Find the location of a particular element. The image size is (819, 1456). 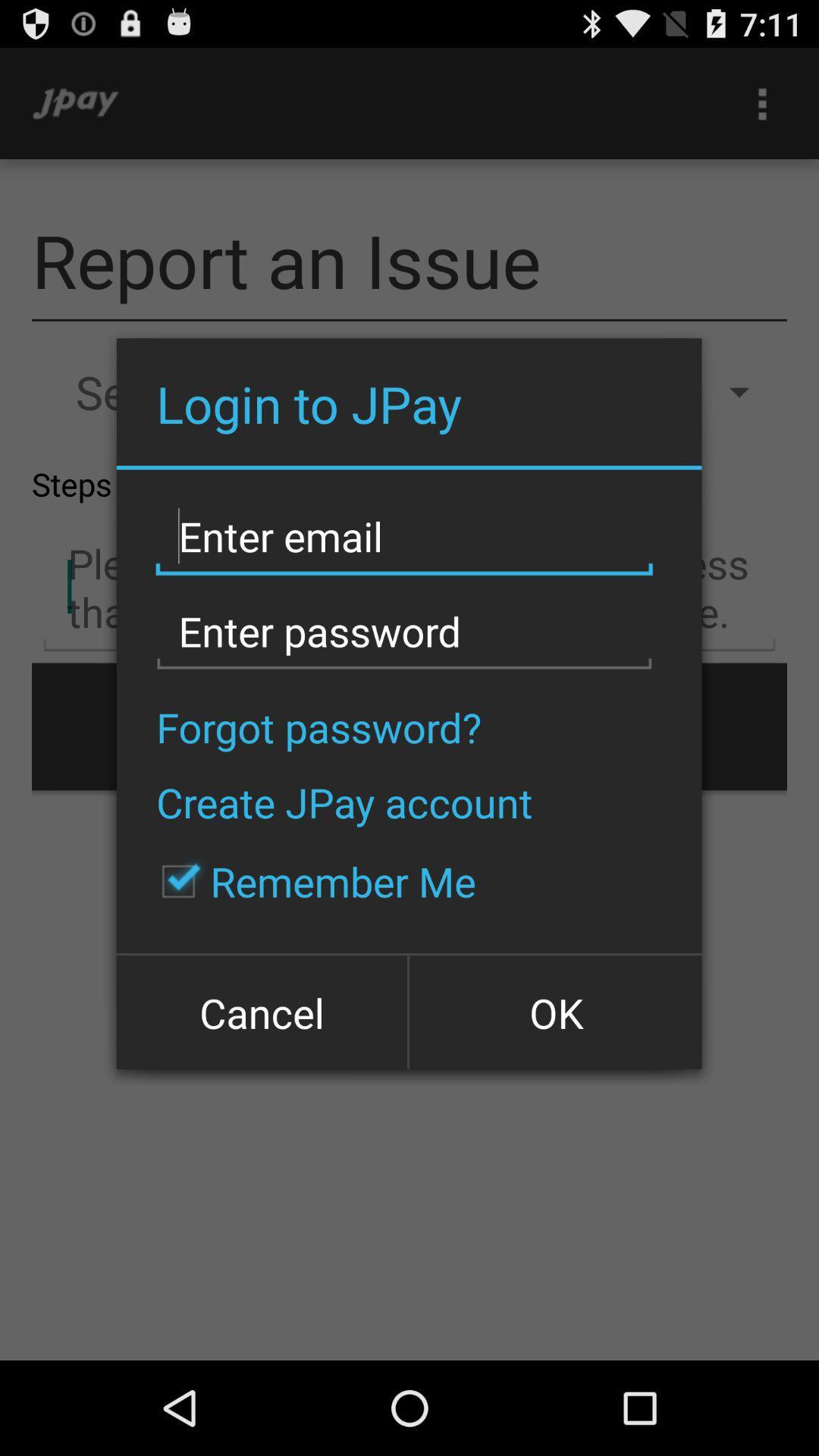

the remember me item is located at coordinates (310, 881).